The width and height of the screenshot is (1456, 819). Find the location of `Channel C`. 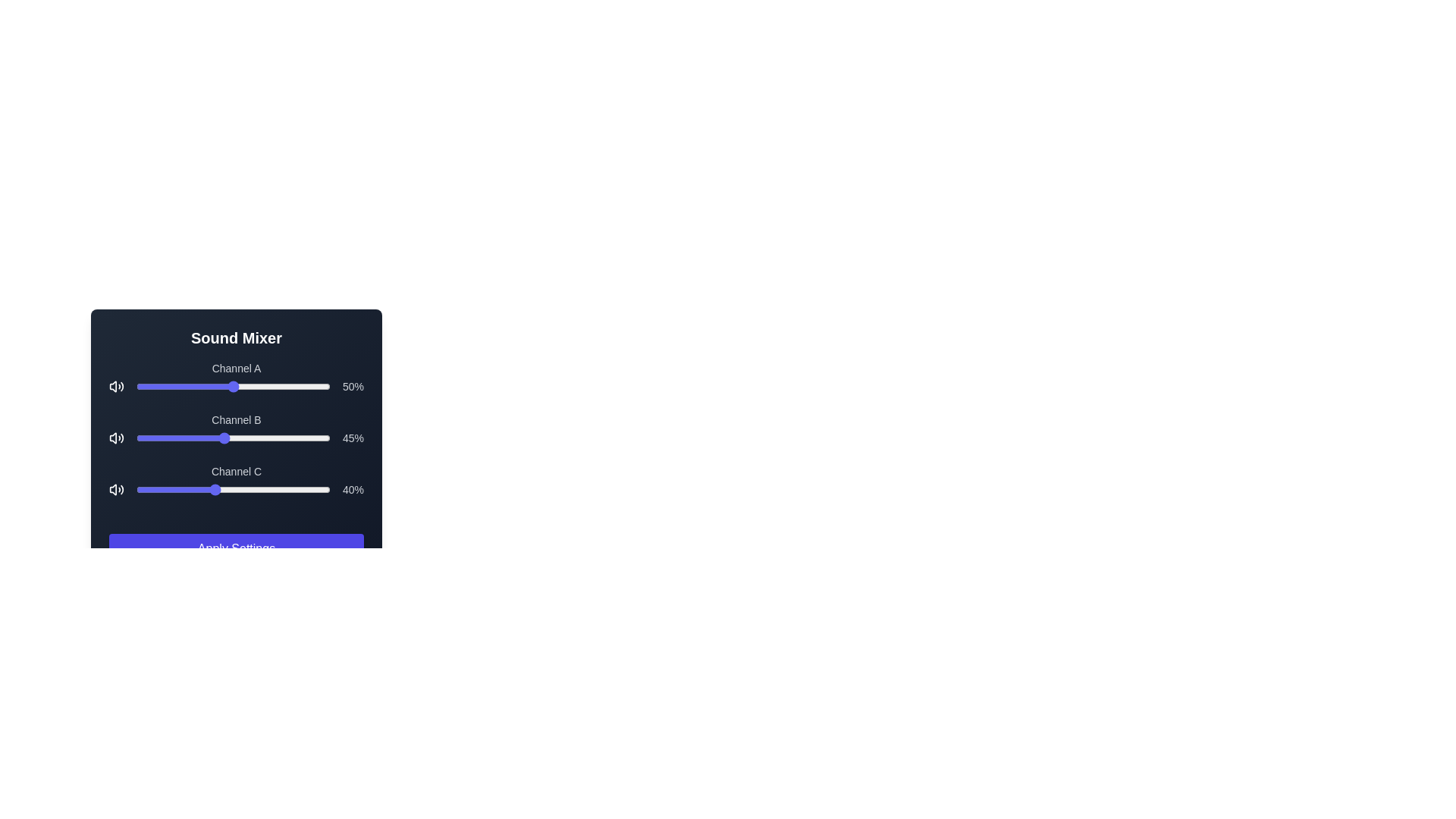

Channel C is located at coordinates (192, 489).